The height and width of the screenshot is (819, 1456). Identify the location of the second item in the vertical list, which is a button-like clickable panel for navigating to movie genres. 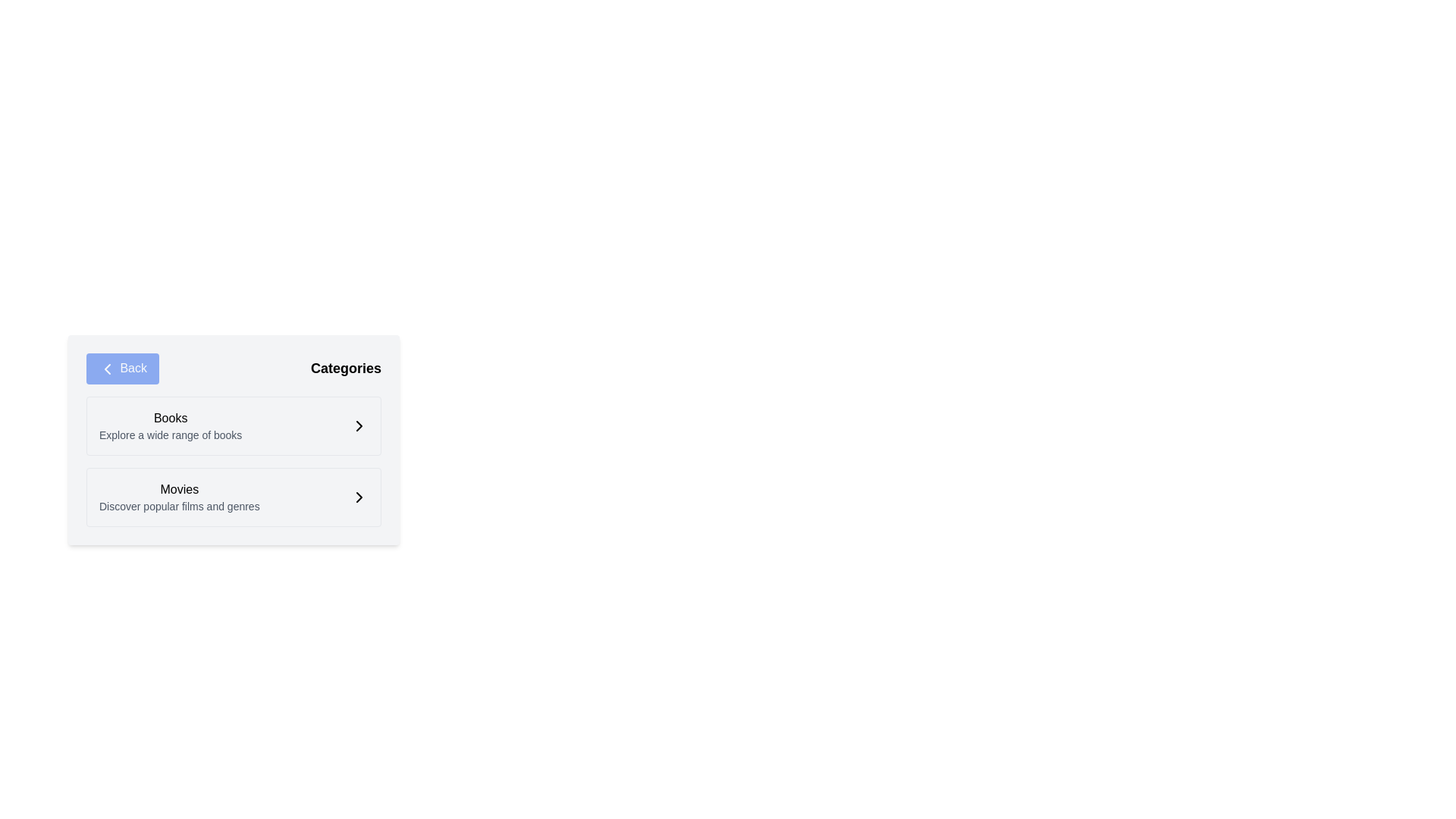
(233, 497).